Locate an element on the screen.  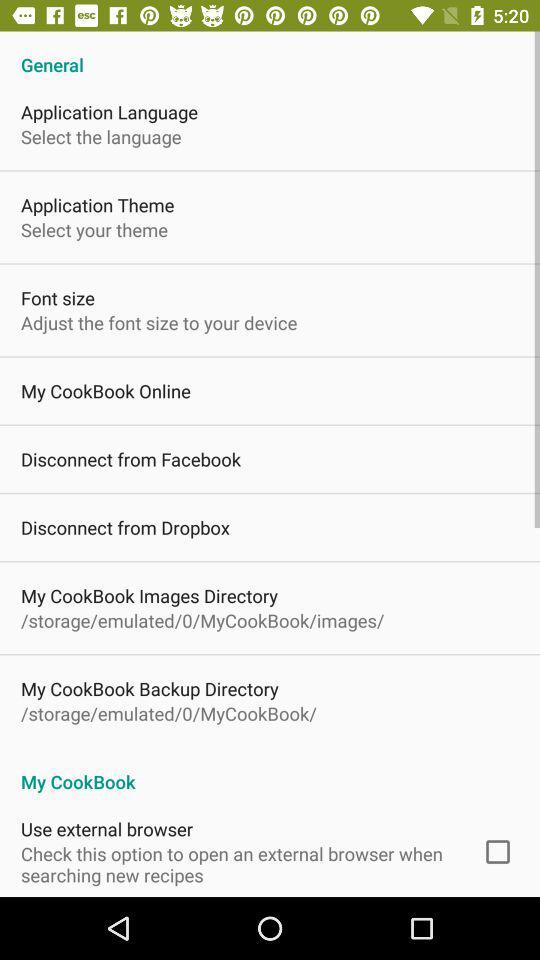
adjust the font icon is located at coordinates (158, 322).